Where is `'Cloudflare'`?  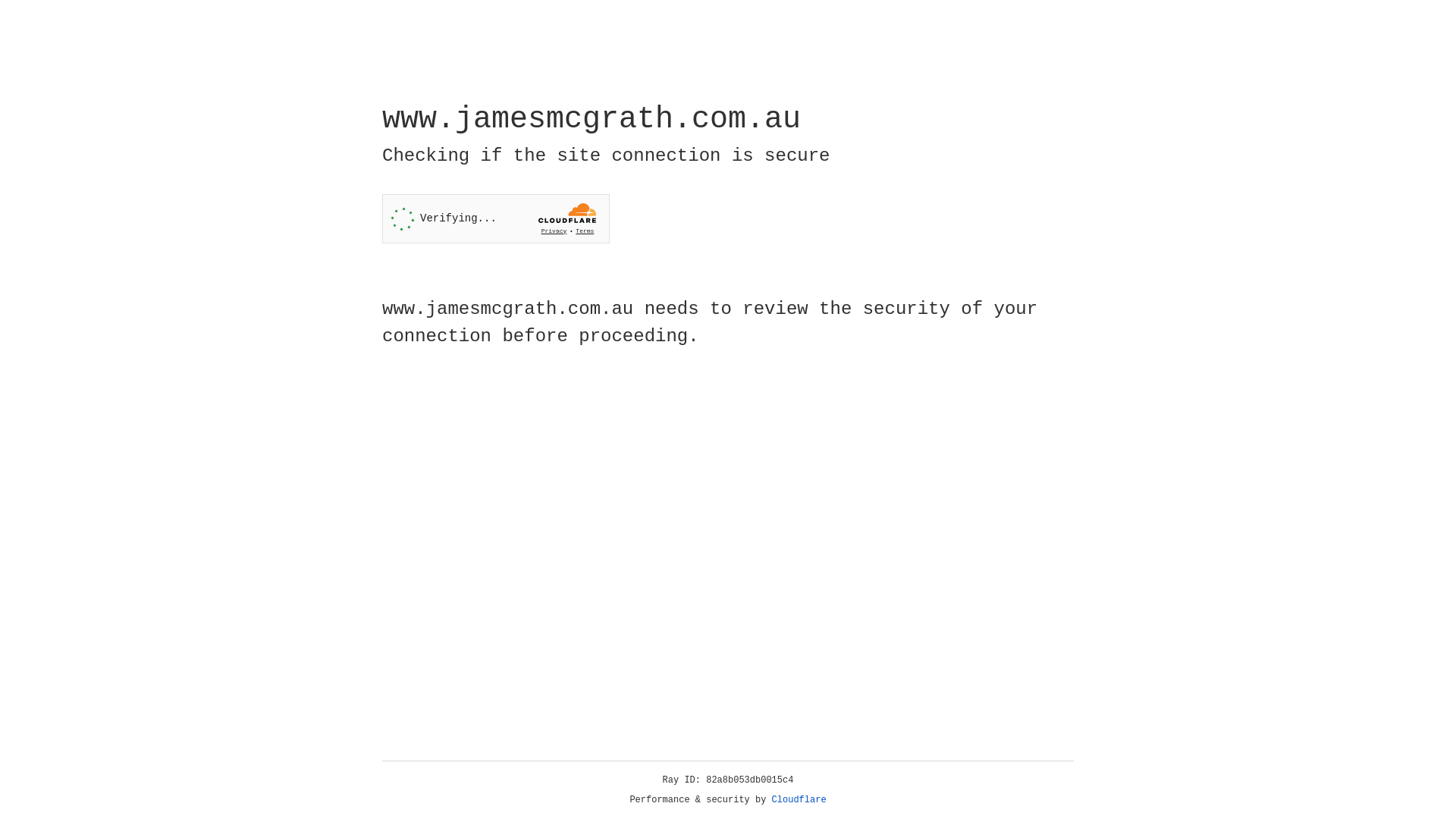 'Cloudflare' is located at coordinates (771, 799).